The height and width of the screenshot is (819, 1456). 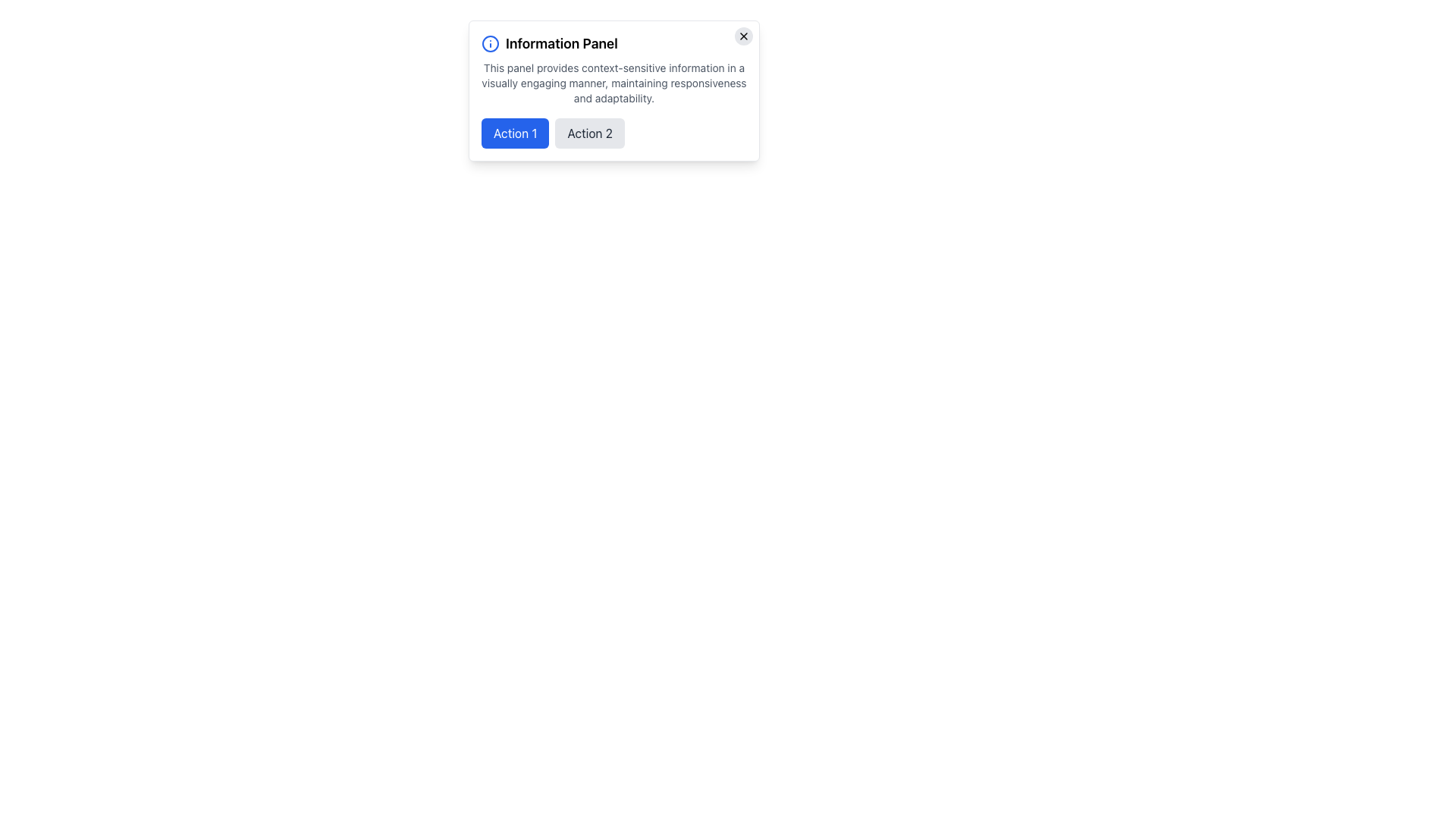 I want to click on the close button located in the upper-right portion of the 'Information Panel' to receive potential UI feedback, so click(x=743, y=35).